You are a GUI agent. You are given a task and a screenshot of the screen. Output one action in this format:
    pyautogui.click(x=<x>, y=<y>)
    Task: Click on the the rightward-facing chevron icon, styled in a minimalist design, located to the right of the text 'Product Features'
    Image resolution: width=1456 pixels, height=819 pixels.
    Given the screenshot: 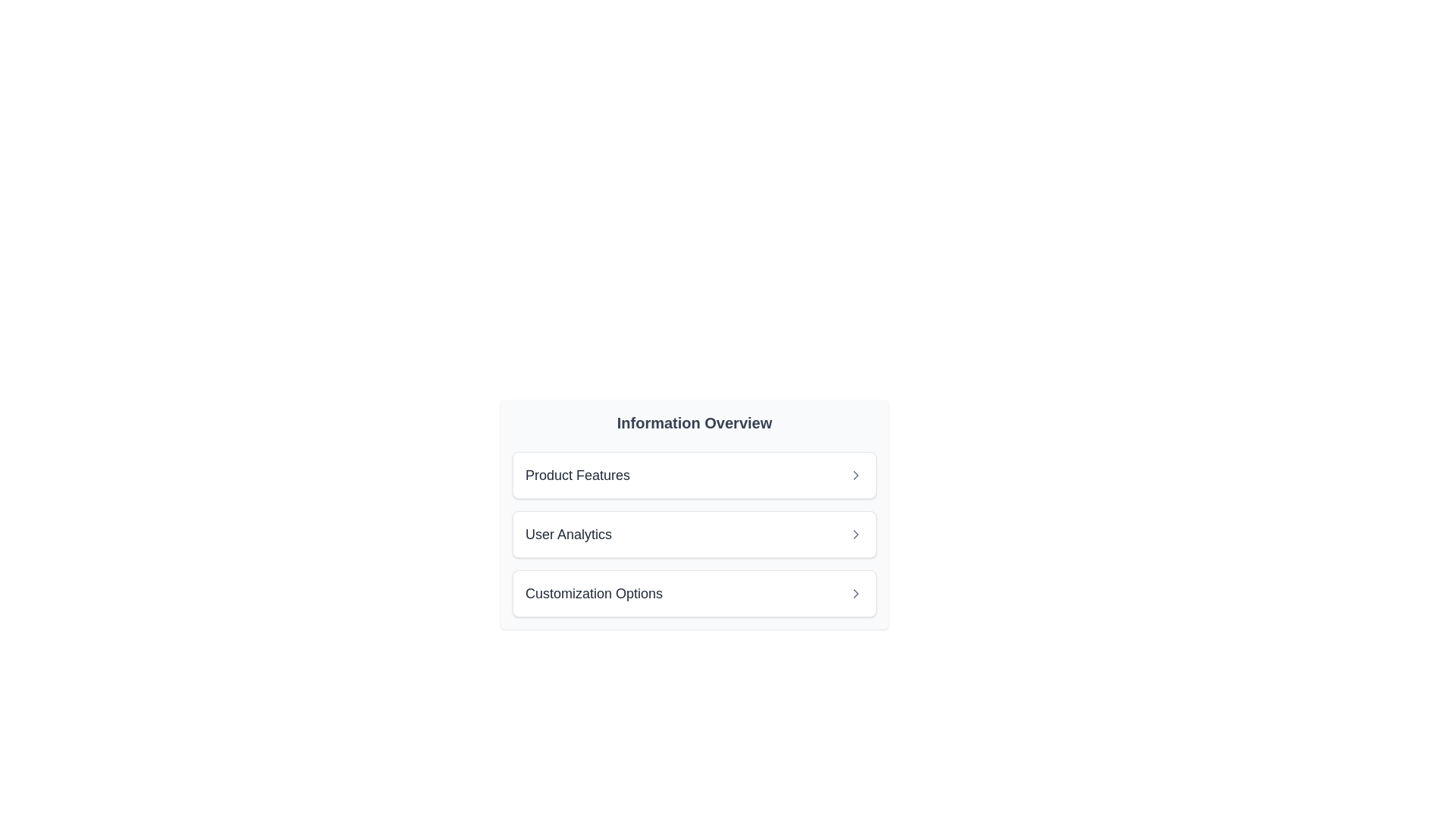 What is the action you would take?
    pyautogui.click(x=855, y=475)
    